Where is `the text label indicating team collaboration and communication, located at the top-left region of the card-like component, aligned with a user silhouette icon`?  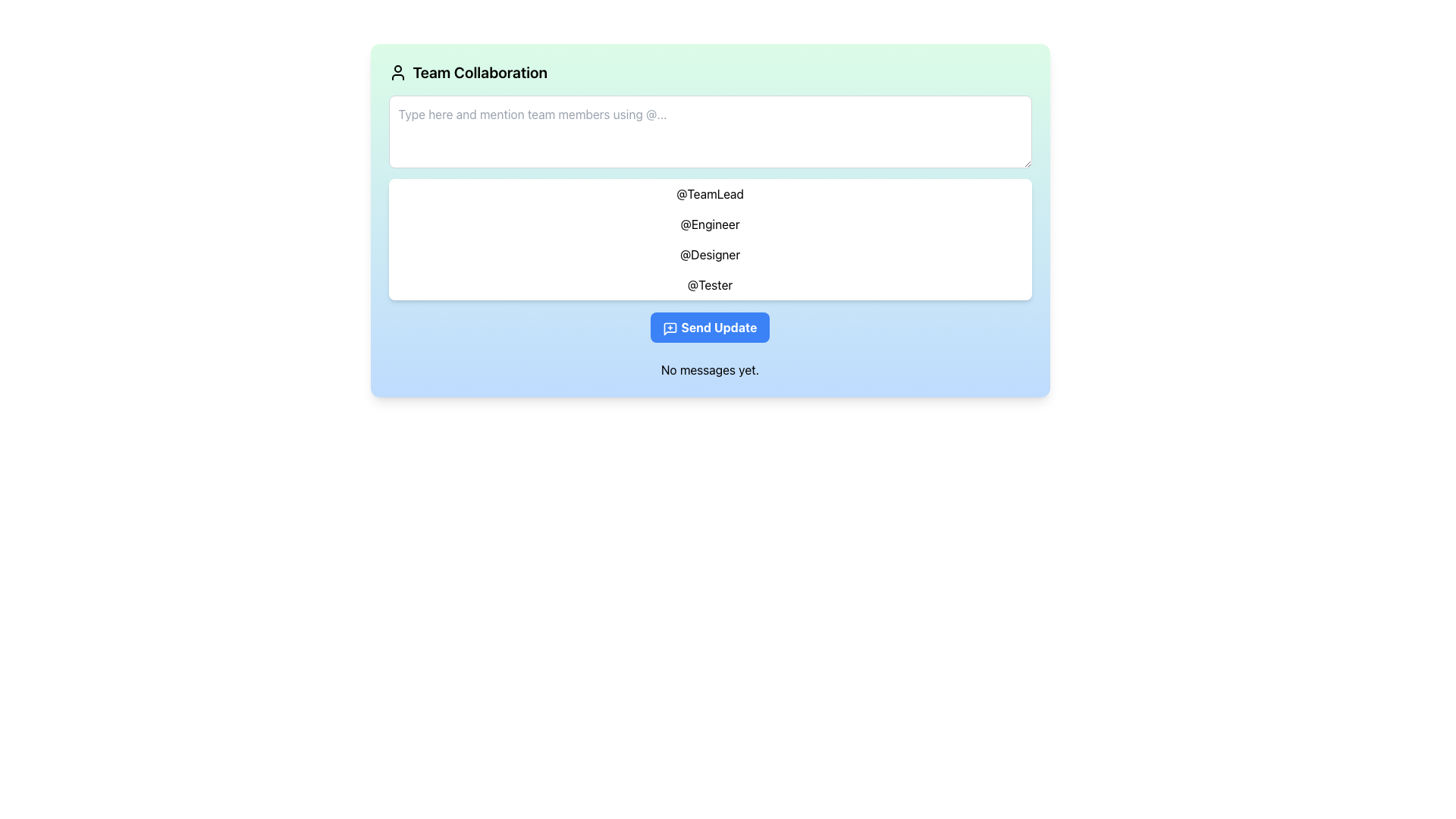 the text label indicating team collaboration and communication, located at the top-left region of the card-like component, aligned with a user silhouette icon is located at coordinates (479, 73).